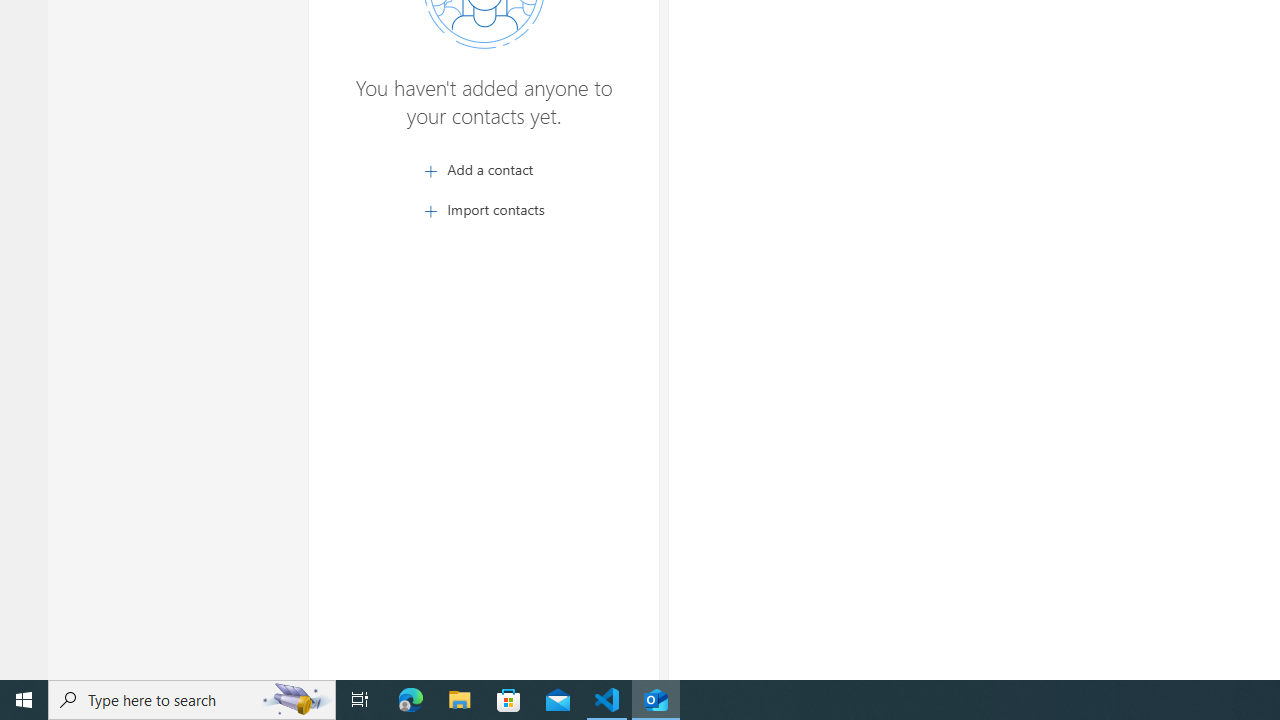  I want to click on 'Import contacts', so click(483, 209).